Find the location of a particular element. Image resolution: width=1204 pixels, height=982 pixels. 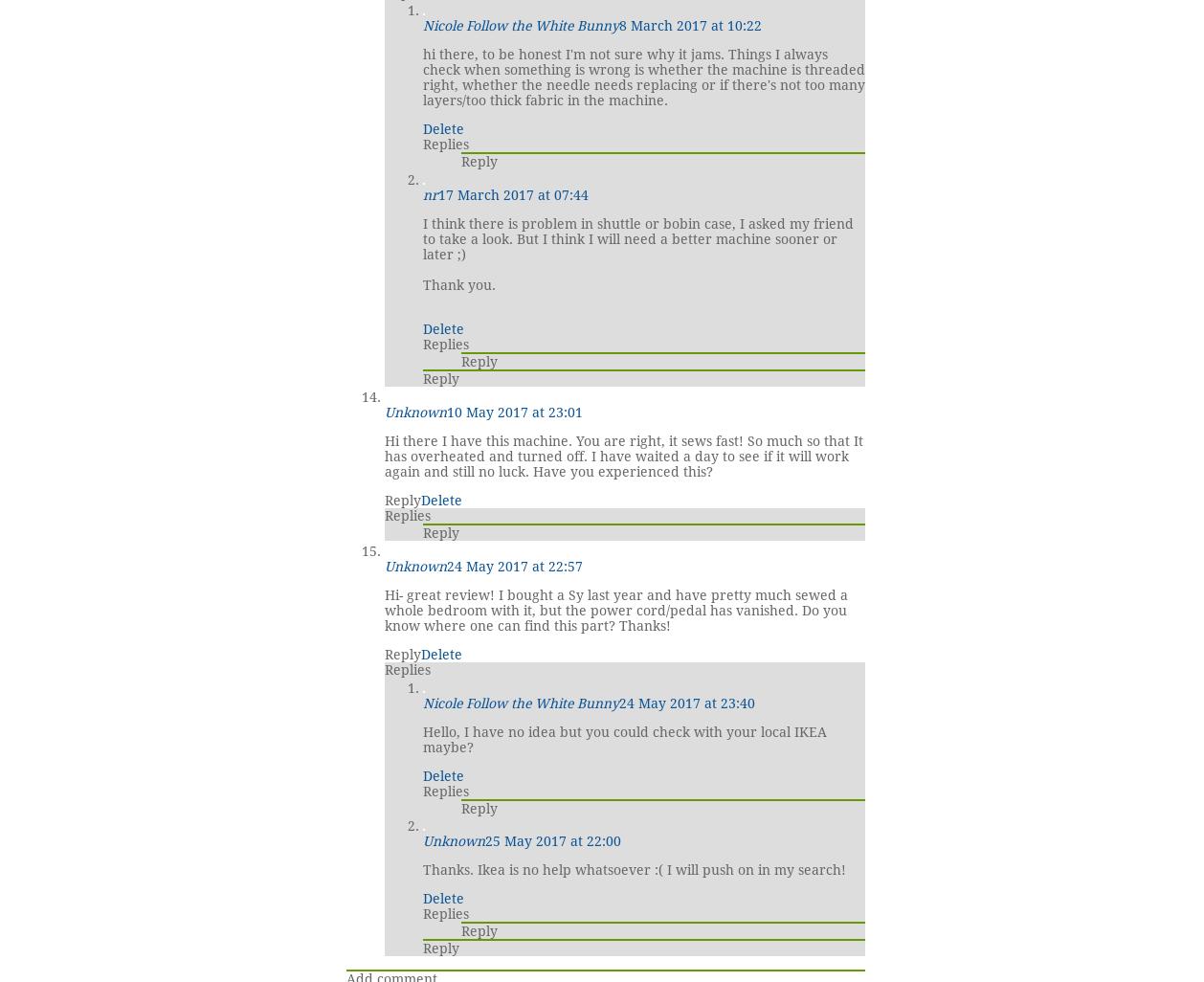

'17 March 2017 at 07:44' is located at coordinates (512, 193).